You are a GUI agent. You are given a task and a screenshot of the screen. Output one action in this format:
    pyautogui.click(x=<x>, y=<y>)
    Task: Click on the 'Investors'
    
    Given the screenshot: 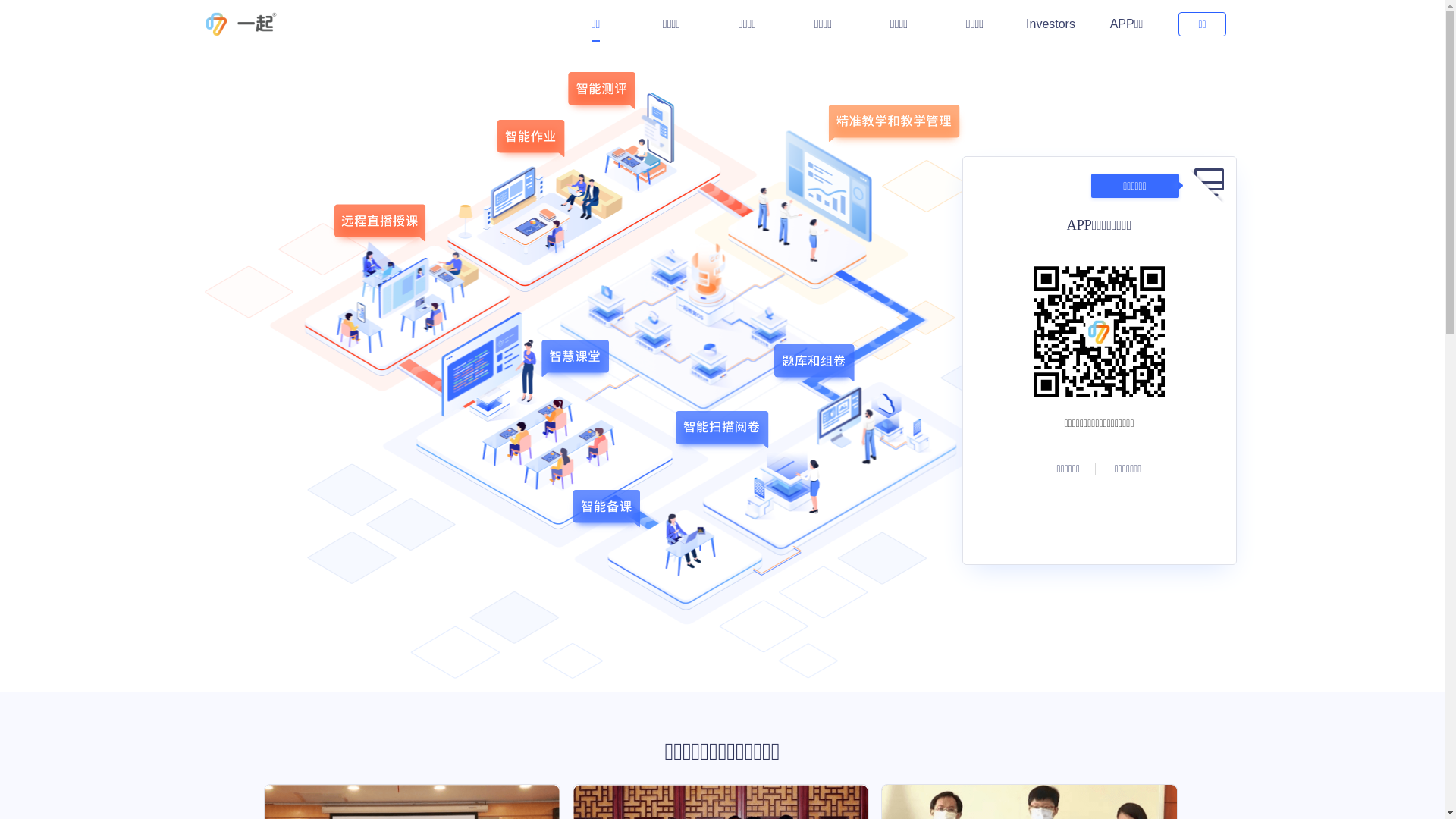 What is the action you would take?
    pyautogui.click(x=1050, y=24)
    